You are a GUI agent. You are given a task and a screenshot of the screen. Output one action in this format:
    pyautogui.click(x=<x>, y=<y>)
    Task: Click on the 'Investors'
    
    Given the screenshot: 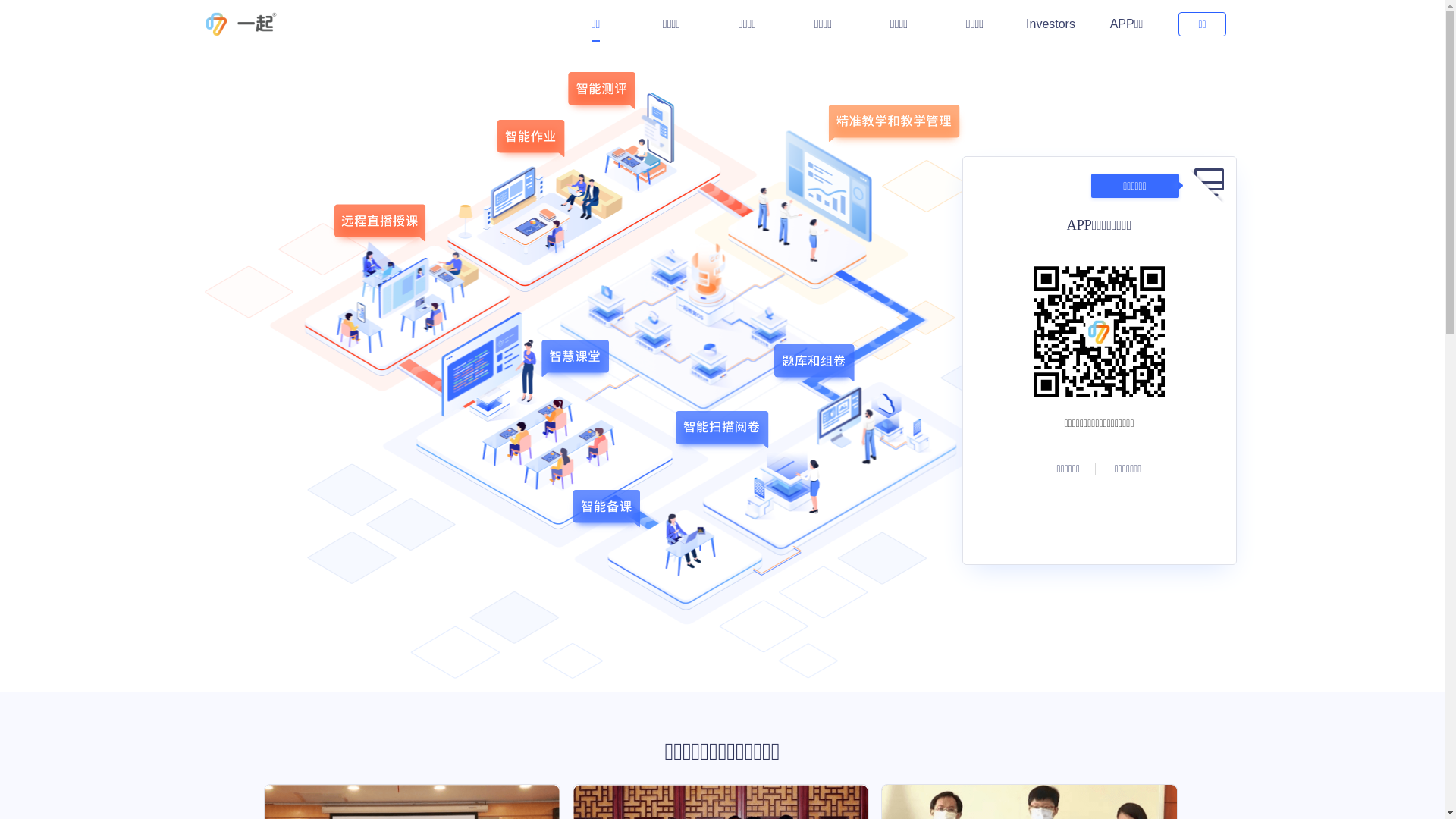 What is the action you would take?
    pyautogui.click(x=1050, y=24)
    